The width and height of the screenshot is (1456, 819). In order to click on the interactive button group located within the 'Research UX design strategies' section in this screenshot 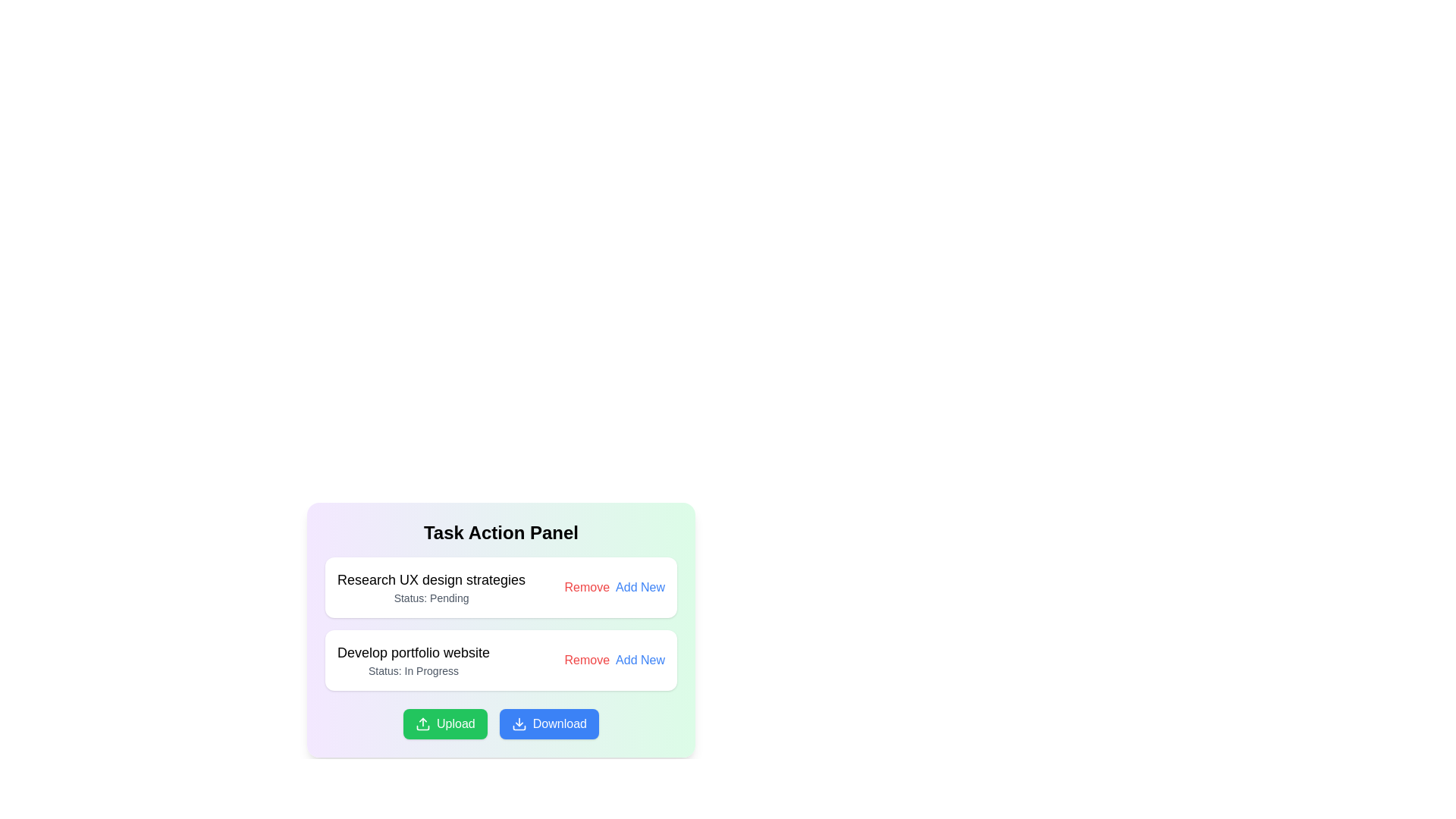, I will do `click(614, 587)`.